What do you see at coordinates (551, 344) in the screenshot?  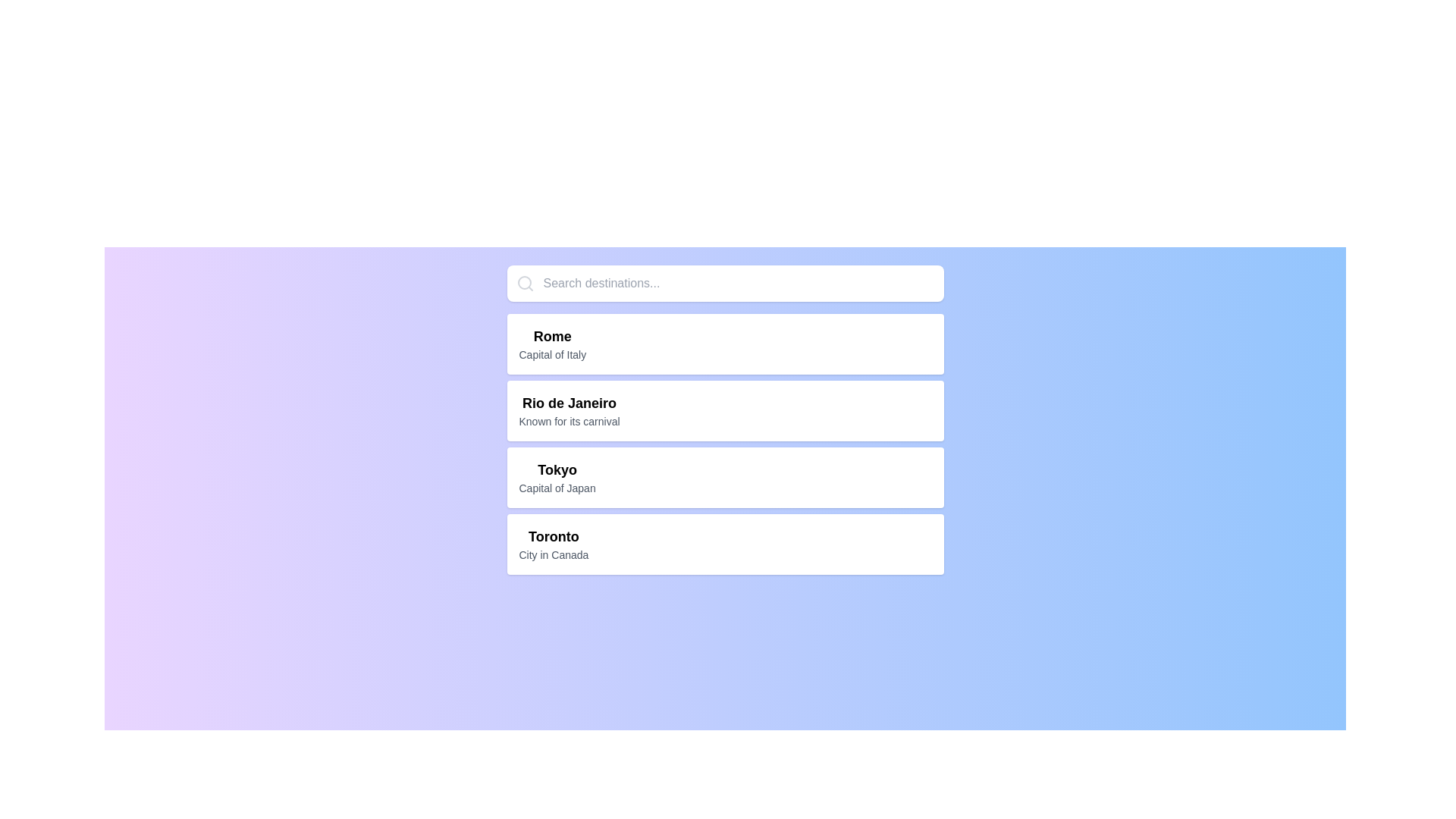 I see `the descriptive text block that provides information about the city of Rome, which is the first element in a vertical list located beneath a search bar` at bounding box center [551, 344].